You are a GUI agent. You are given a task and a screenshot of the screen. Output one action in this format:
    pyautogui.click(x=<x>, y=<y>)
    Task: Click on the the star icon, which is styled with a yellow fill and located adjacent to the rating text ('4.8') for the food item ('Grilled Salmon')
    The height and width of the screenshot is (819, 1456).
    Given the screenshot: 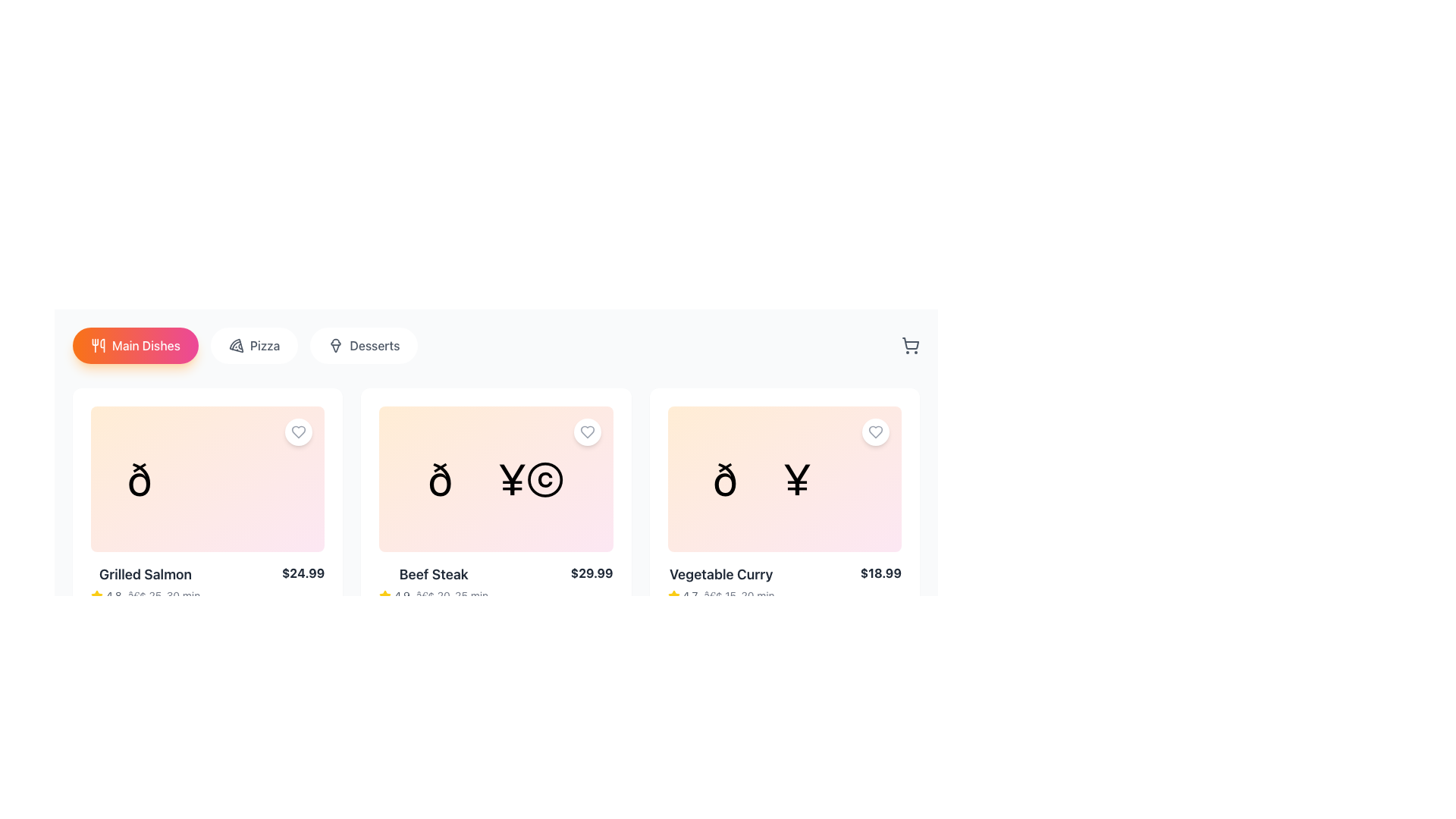 What is the action you would take?
    pyautogui.click(x=96, y=595)
    